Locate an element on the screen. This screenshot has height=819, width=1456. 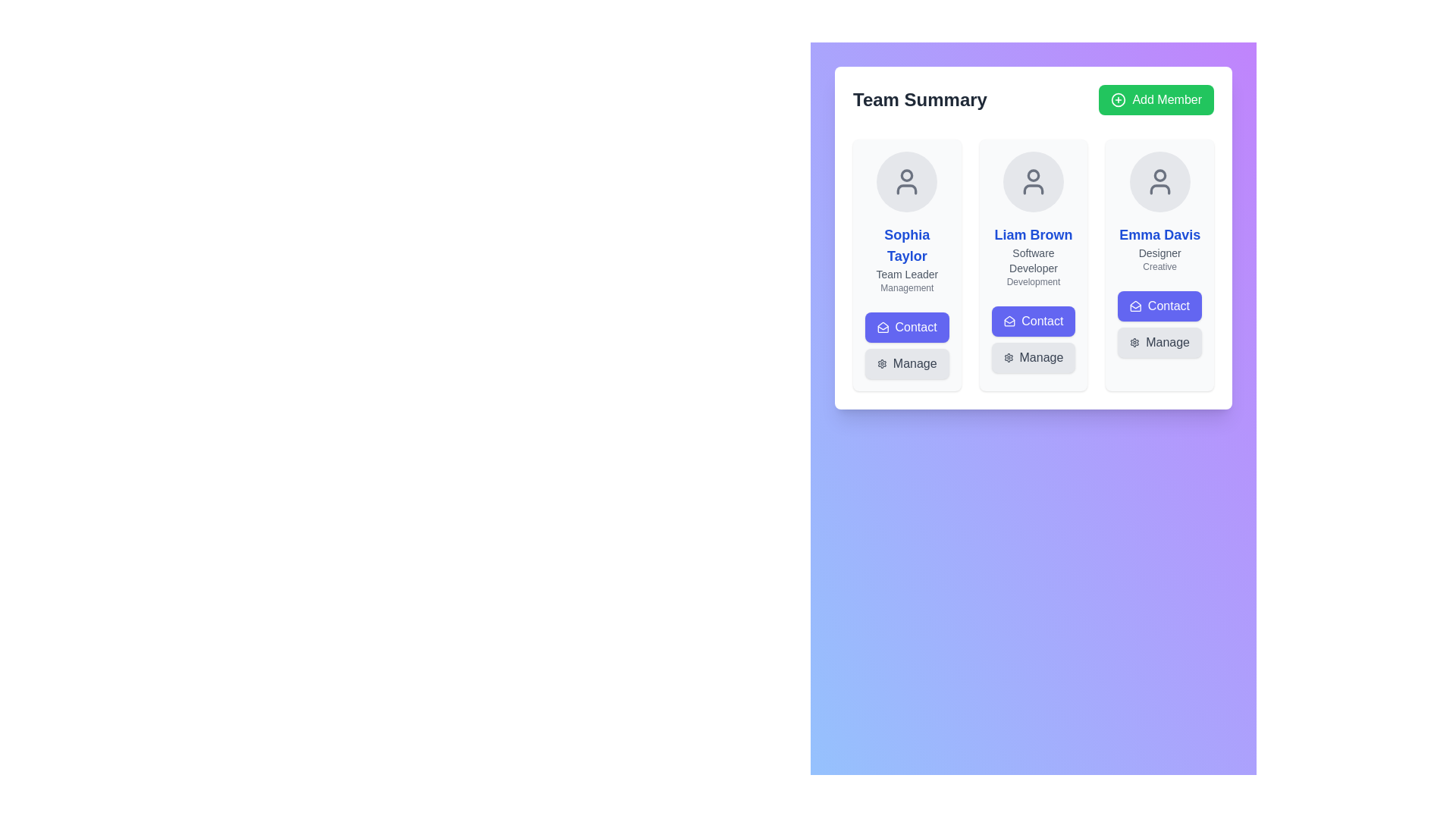
the decorative circular icon located to the left of the 'Add Member' button in the top-right corner of the 'Team Summary' section is located at coordinates (1119, 99).